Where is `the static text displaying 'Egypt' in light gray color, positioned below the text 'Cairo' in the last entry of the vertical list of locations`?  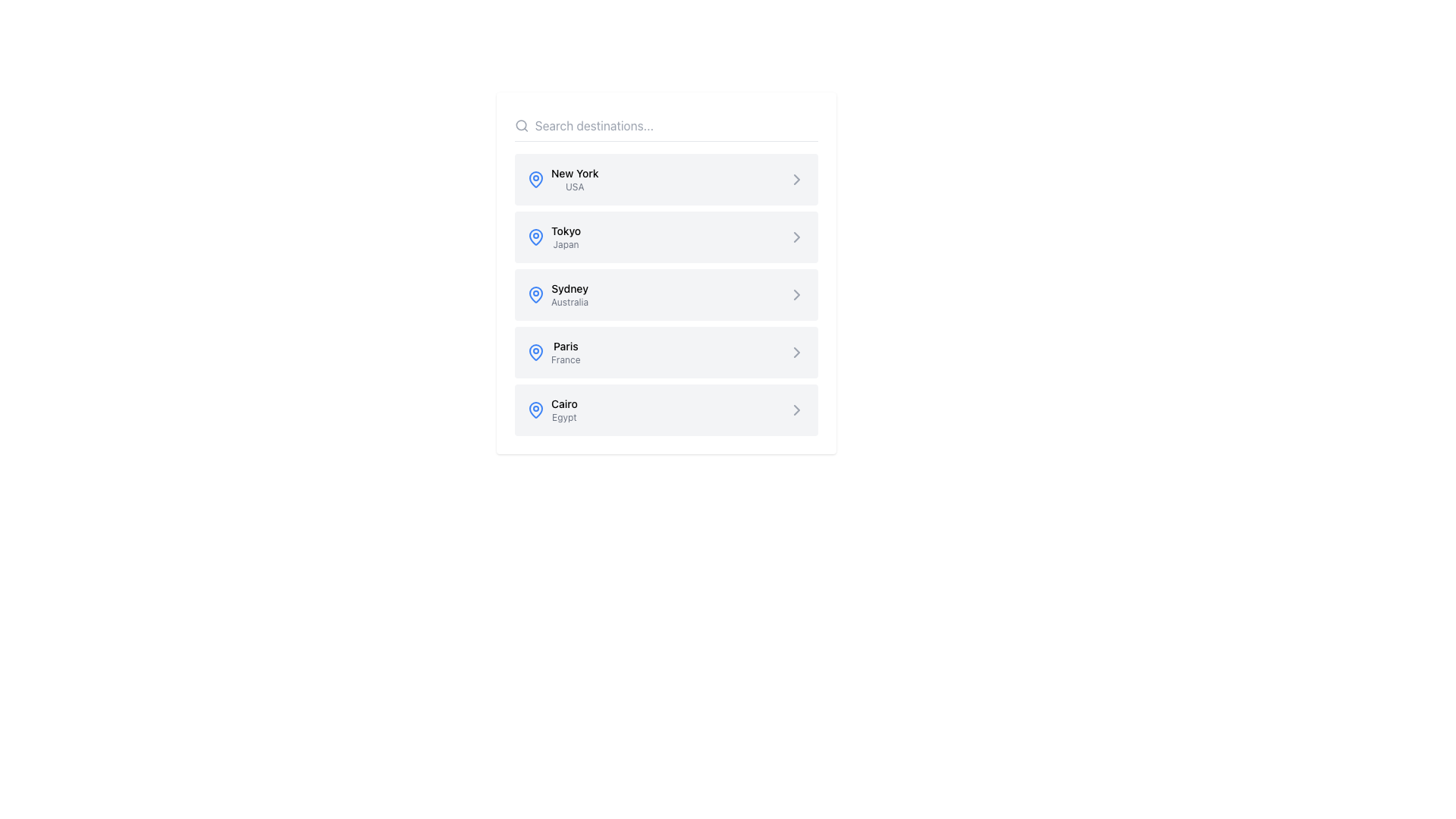 the static text displaying 'Egypt' in light gray color, positioned below the text 'Cairo' in the last entry of the vertical list of locations is located at coordinates (563, 418).